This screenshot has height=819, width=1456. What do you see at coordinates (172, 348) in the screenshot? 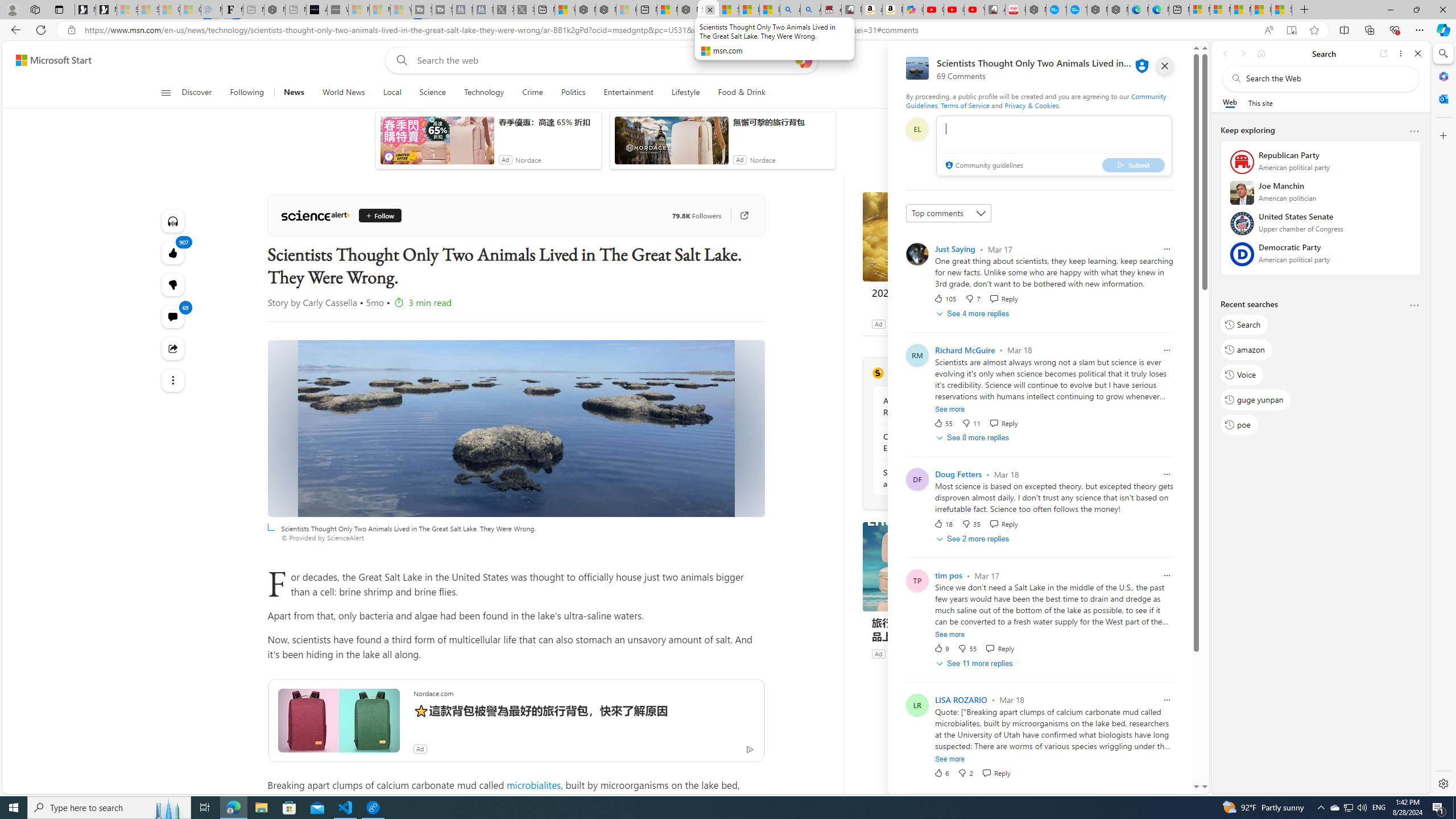
I see `'Share this story'` at bounding box center [172, 348].